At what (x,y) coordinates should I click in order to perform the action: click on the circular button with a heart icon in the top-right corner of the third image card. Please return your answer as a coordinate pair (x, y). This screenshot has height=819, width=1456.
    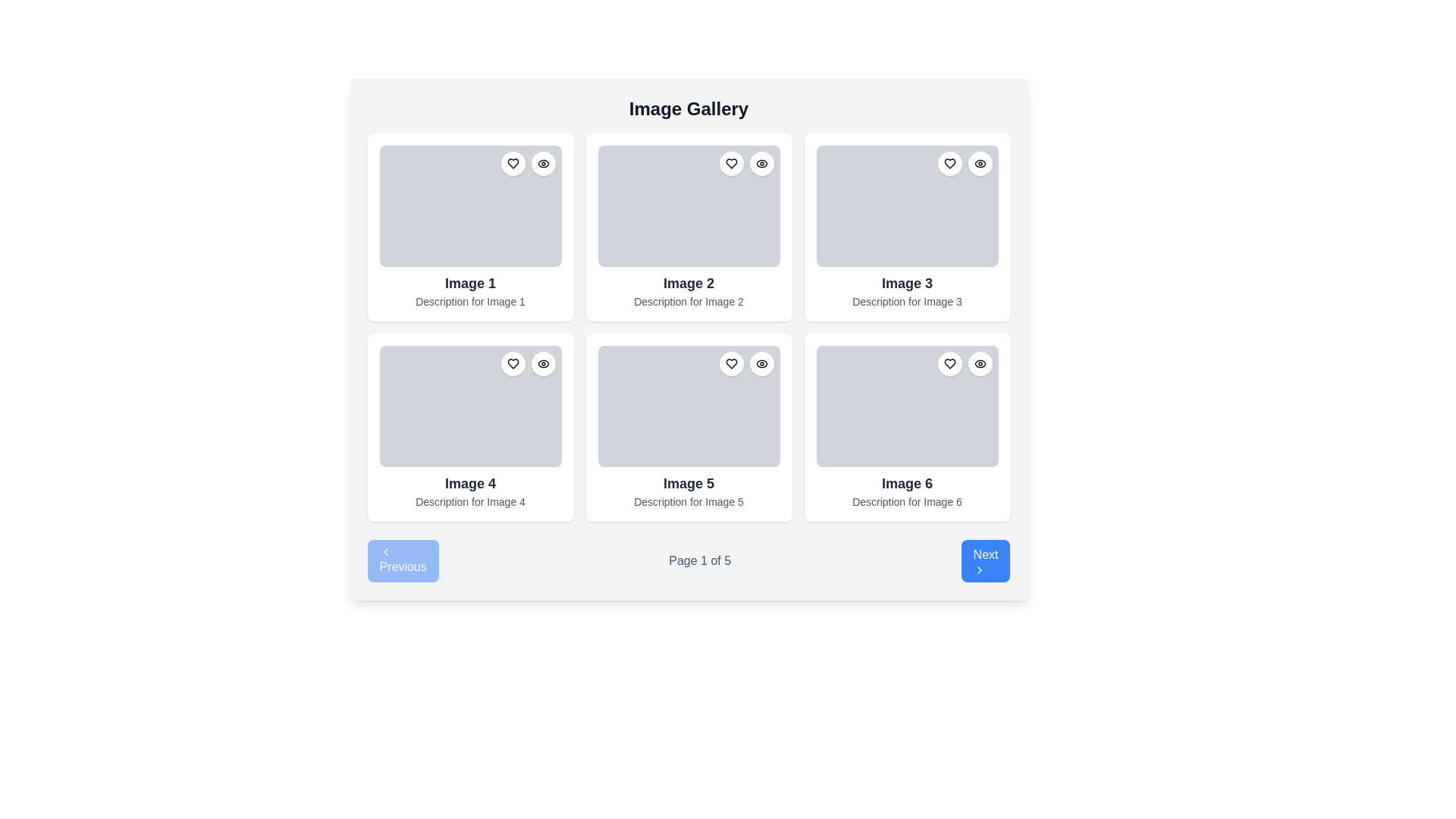
    Looking at the image, I should click on (949, 164).